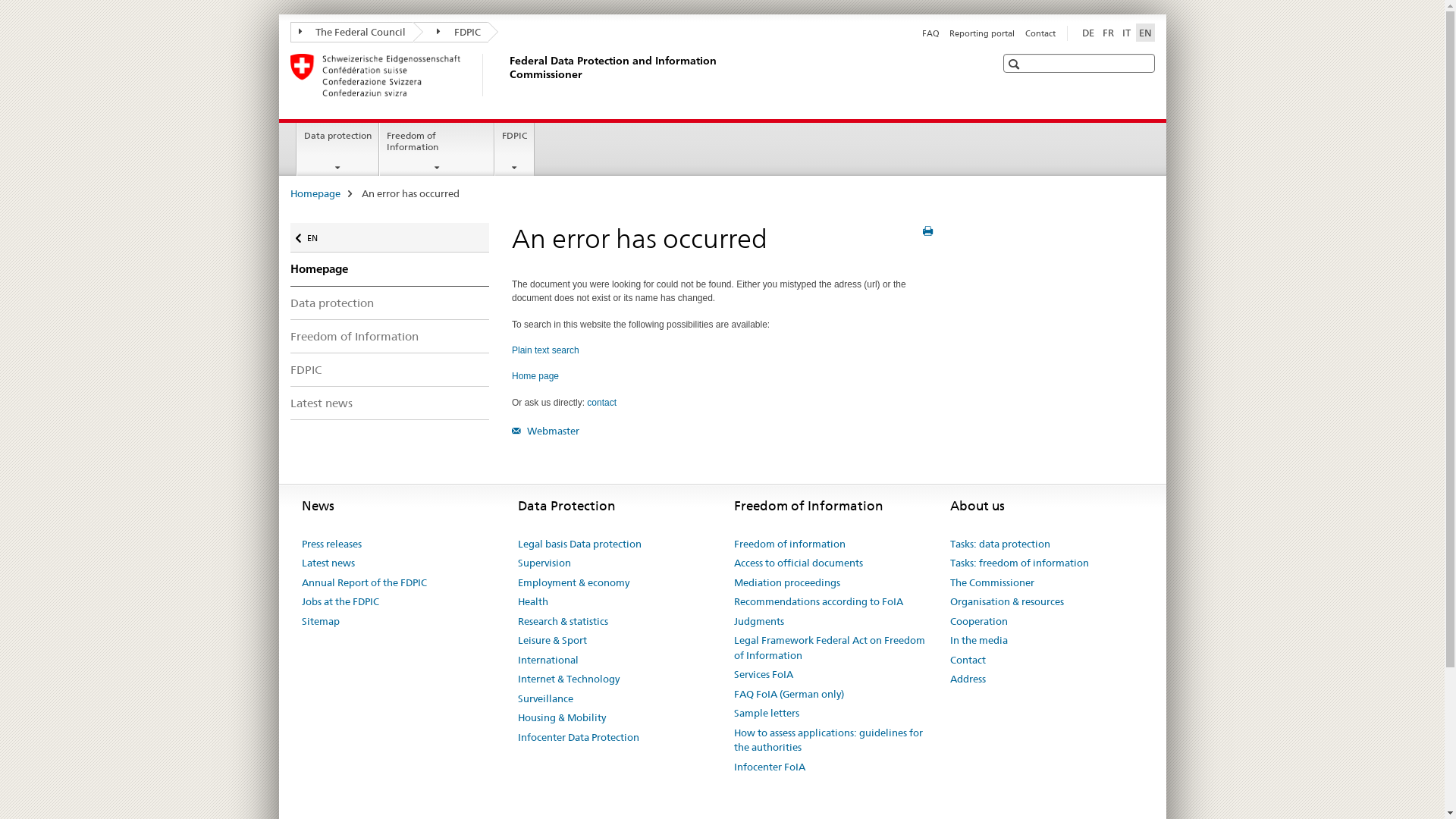  What do you see at coordinates (1126, 32) in the screenshot?
I see `'IT'` at bounding box center [1126, 32].